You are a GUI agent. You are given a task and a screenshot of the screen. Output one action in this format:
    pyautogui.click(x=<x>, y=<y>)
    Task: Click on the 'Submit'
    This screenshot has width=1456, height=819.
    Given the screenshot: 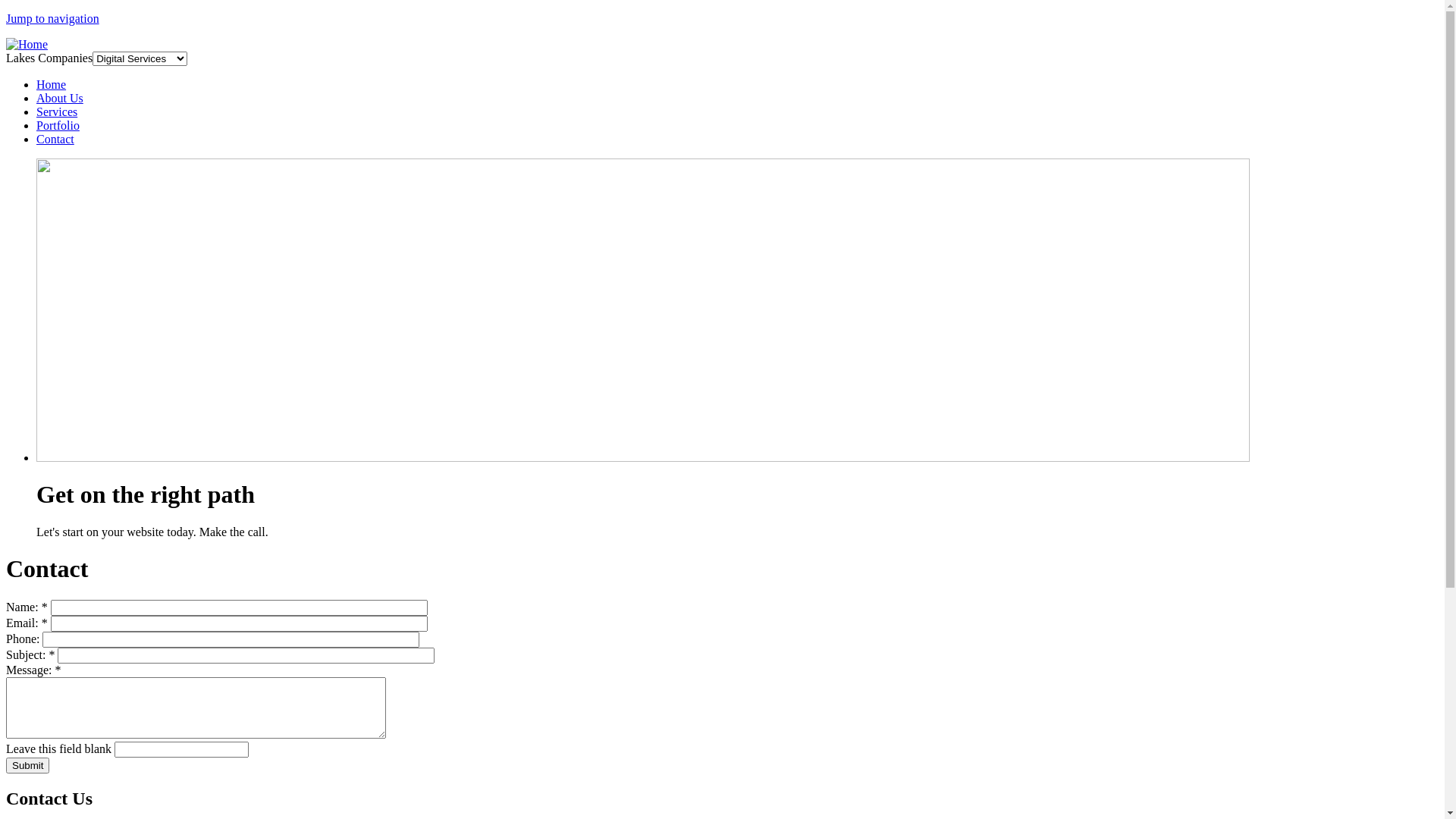 What is the action you would take?
    pyautogui.click(x=27, y=765)
    